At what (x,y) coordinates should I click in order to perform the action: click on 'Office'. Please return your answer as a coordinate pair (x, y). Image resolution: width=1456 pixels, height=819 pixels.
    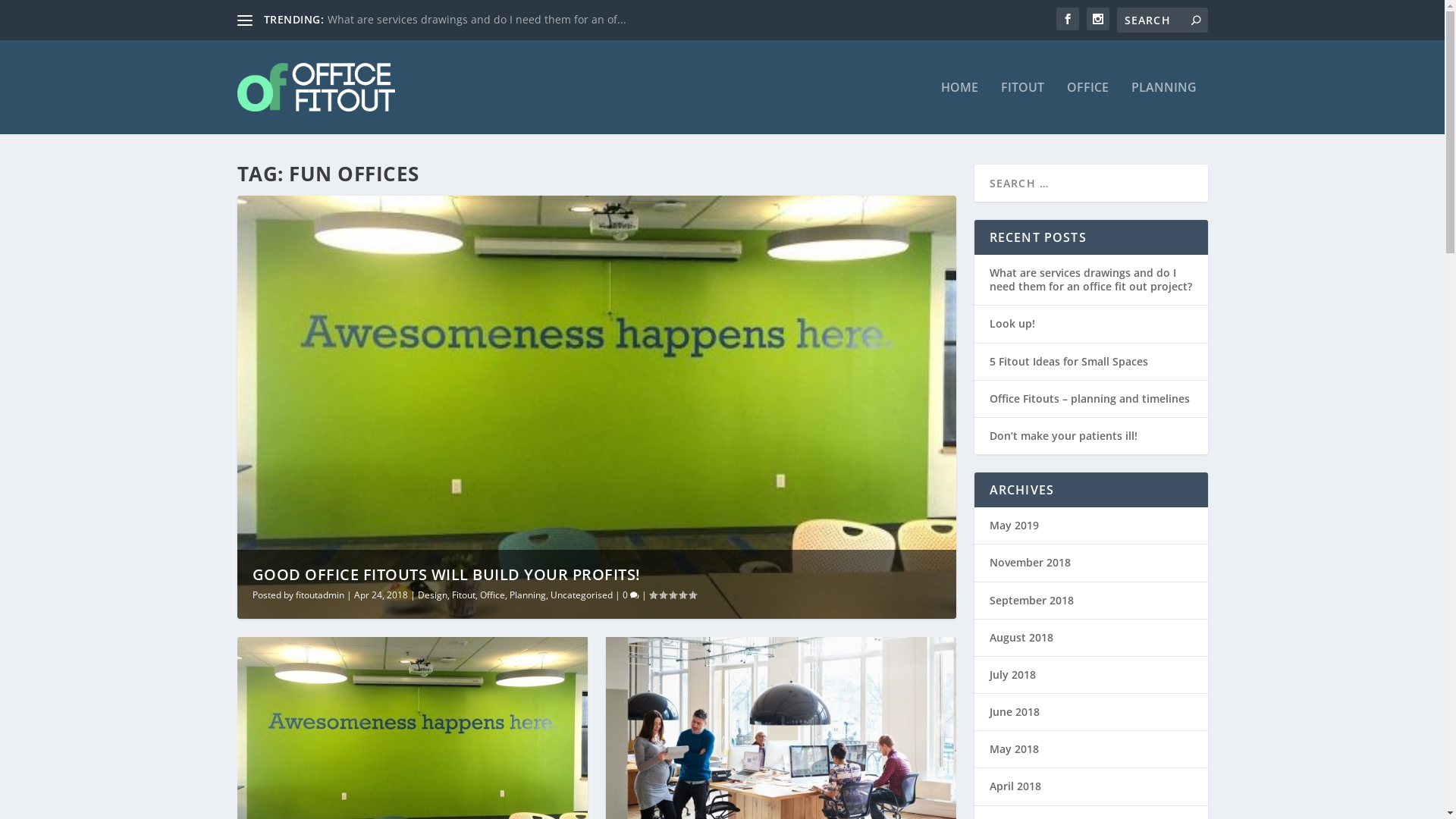
    Looking at the image, I should click on (491, 594).